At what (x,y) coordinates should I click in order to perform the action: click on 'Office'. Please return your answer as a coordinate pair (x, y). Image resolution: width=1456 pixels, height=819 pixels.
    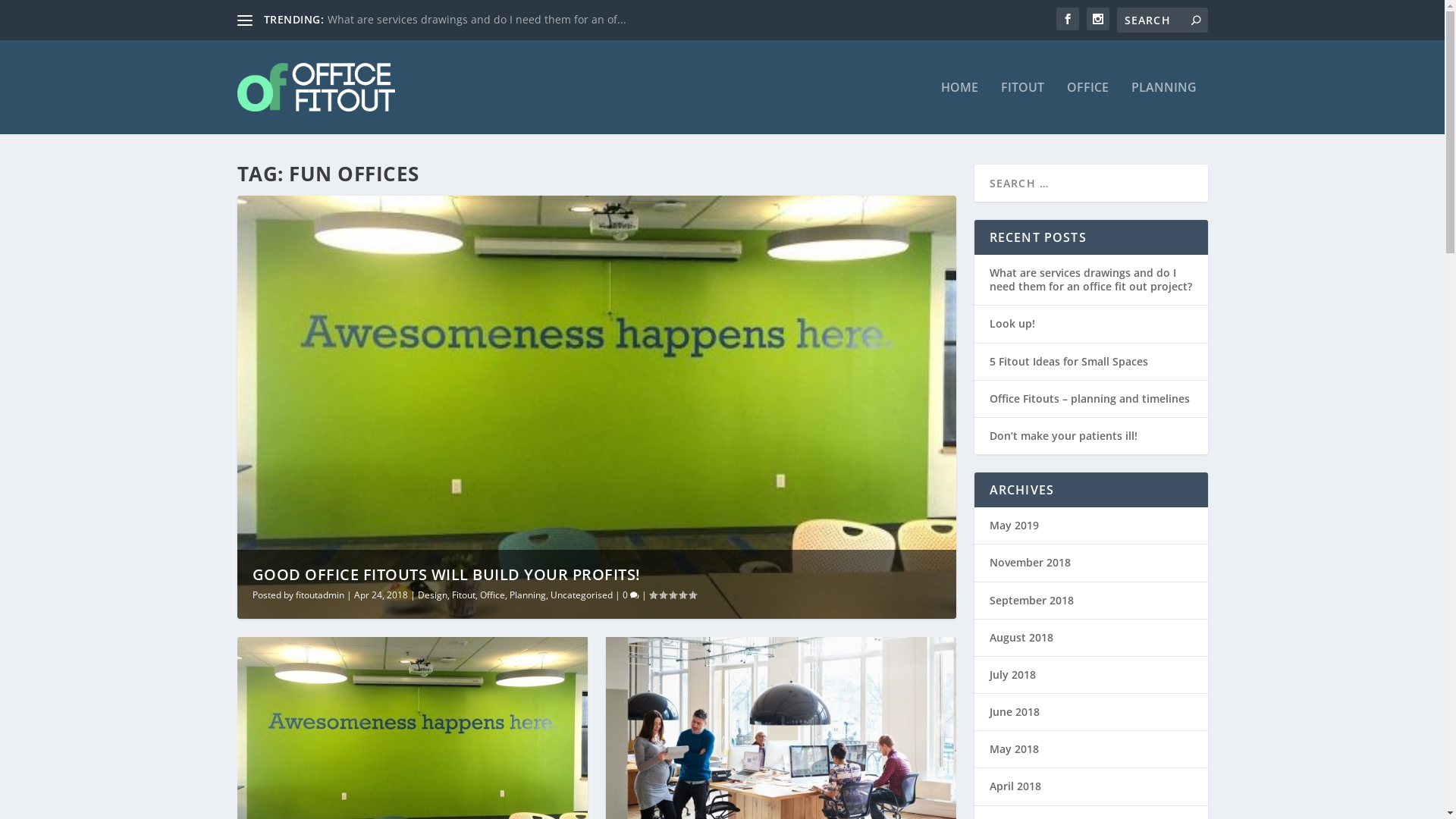
    Looking at the image, I should click on (491, 594).